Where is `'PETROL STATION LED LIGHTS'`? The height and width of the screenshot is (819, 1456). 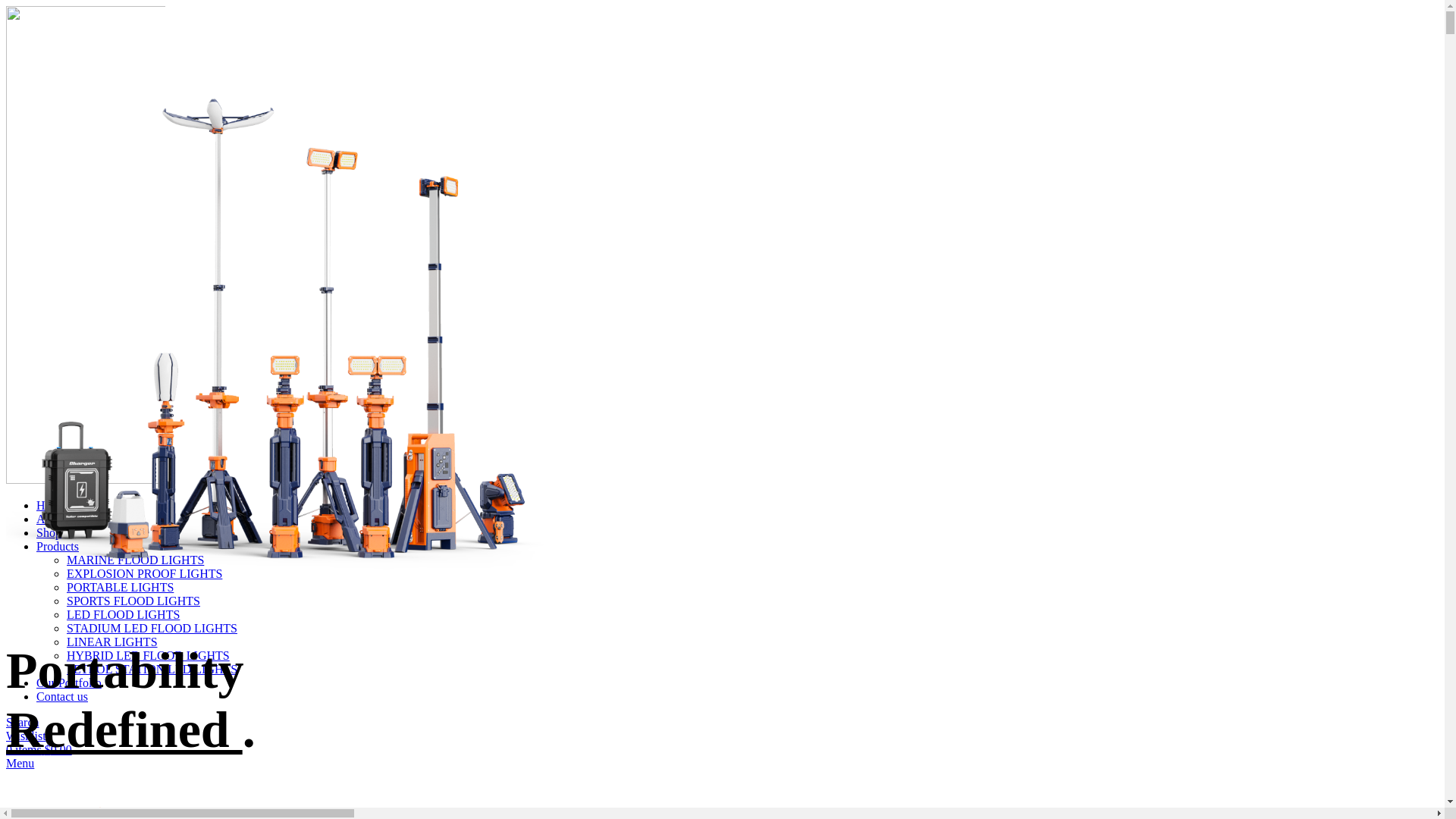
'PETROL STATION LED LIGHTS' is located at coordinates (65, 668).